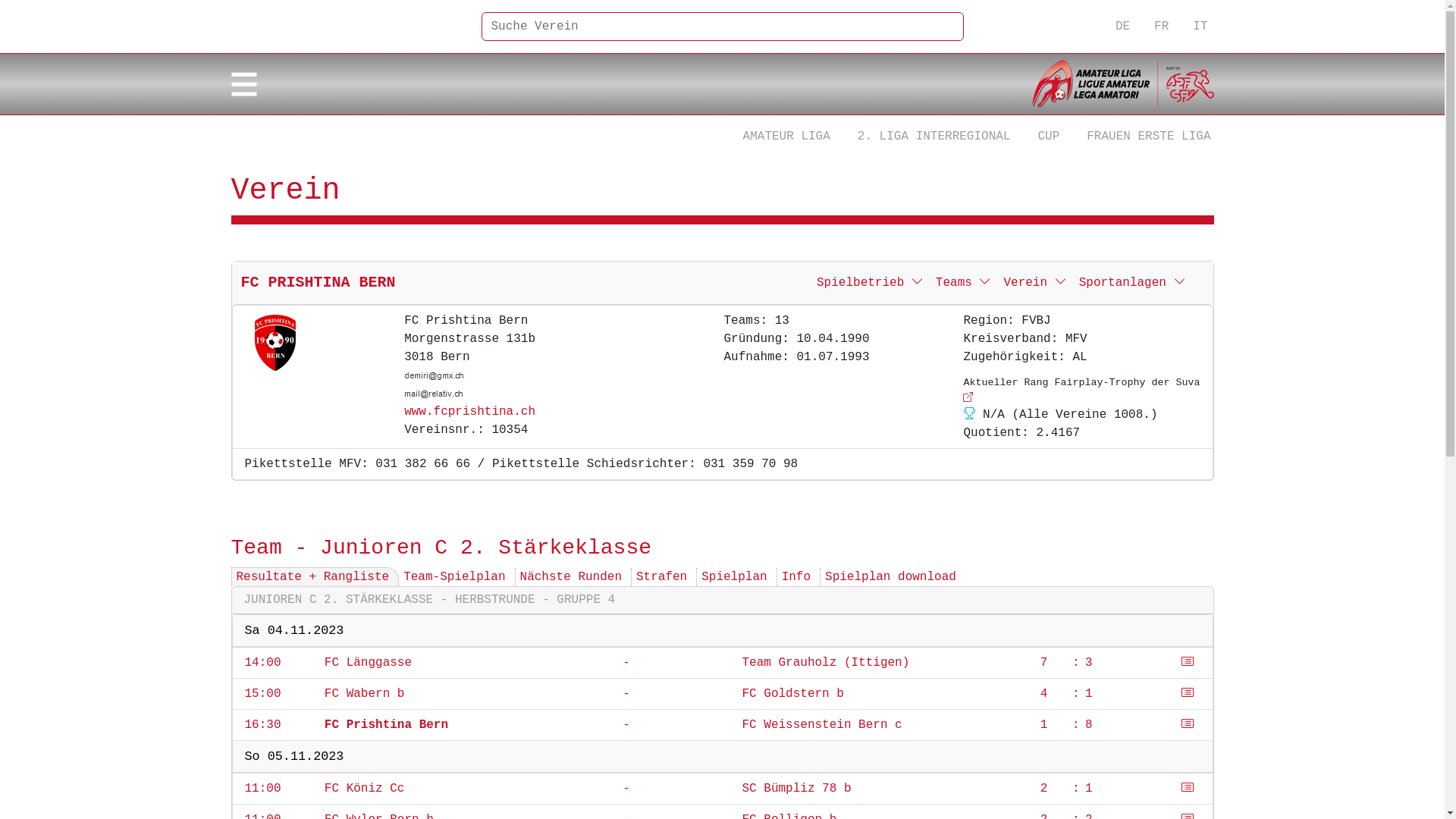 The height and width of the screenshot is (819, 1456). I want to click on 'Team-Spielplan', so click(453, 576).